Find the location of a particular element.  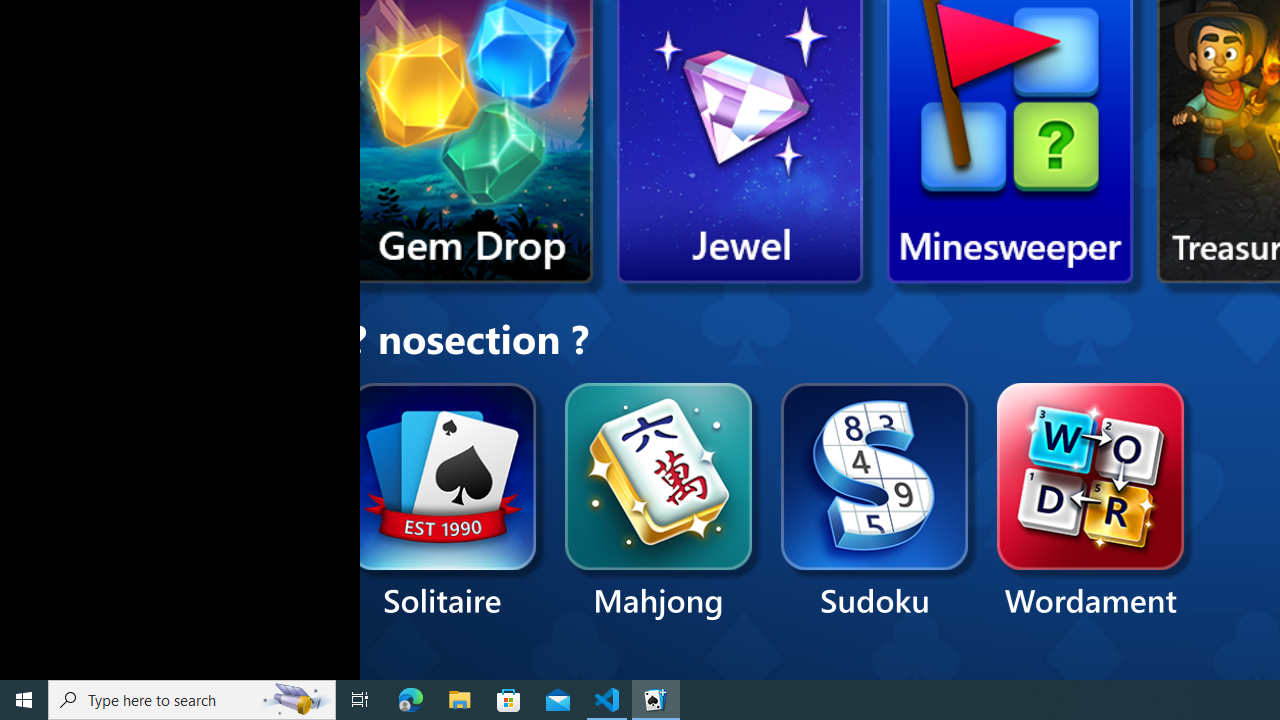

'Wordament' is located at coordinates (1089, 501).